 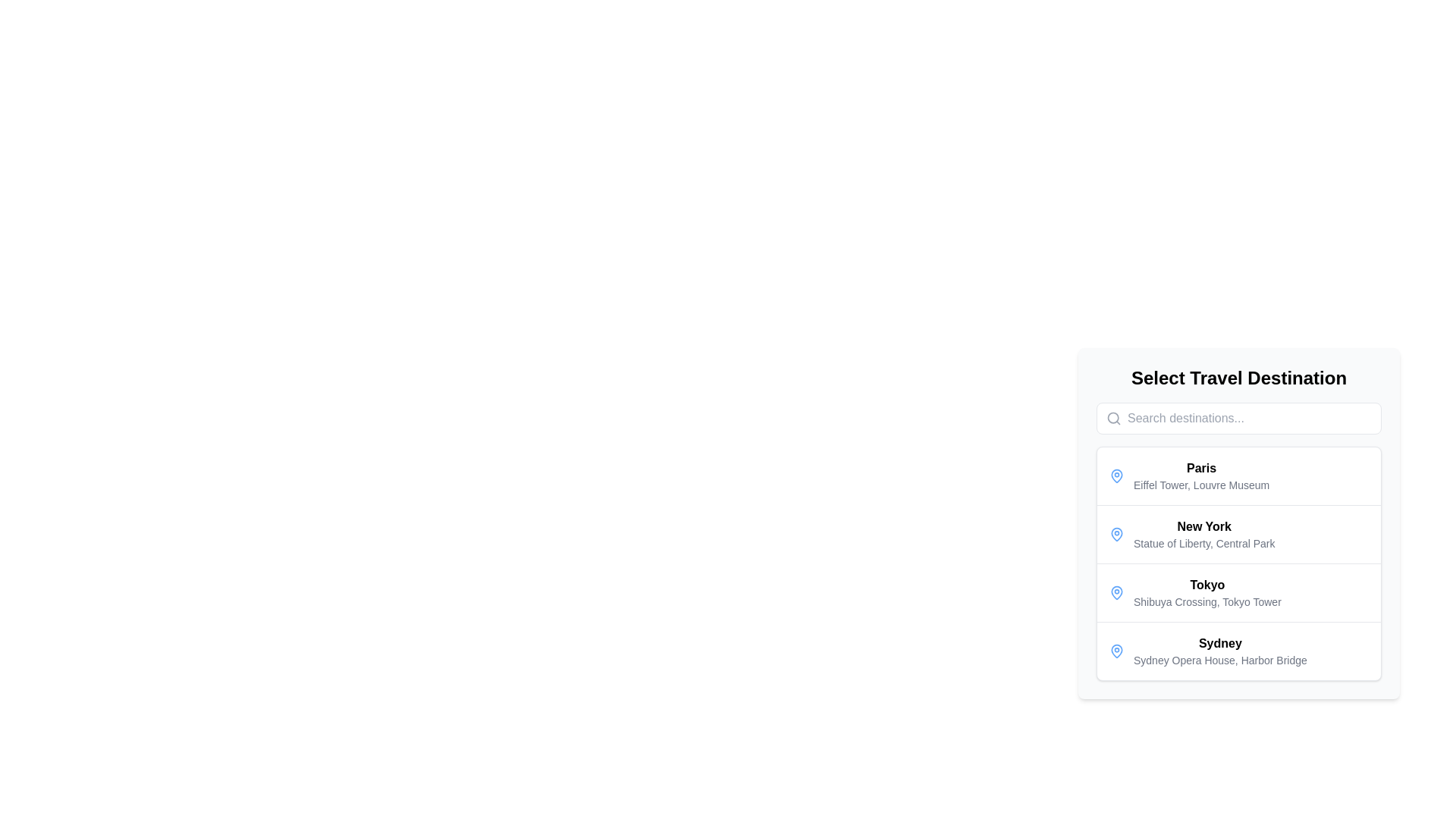 I want to click on the circular part of the magnifying glass icon, which represents a search-related functionality in the SVG illustration, so click(x=1113, y=418).